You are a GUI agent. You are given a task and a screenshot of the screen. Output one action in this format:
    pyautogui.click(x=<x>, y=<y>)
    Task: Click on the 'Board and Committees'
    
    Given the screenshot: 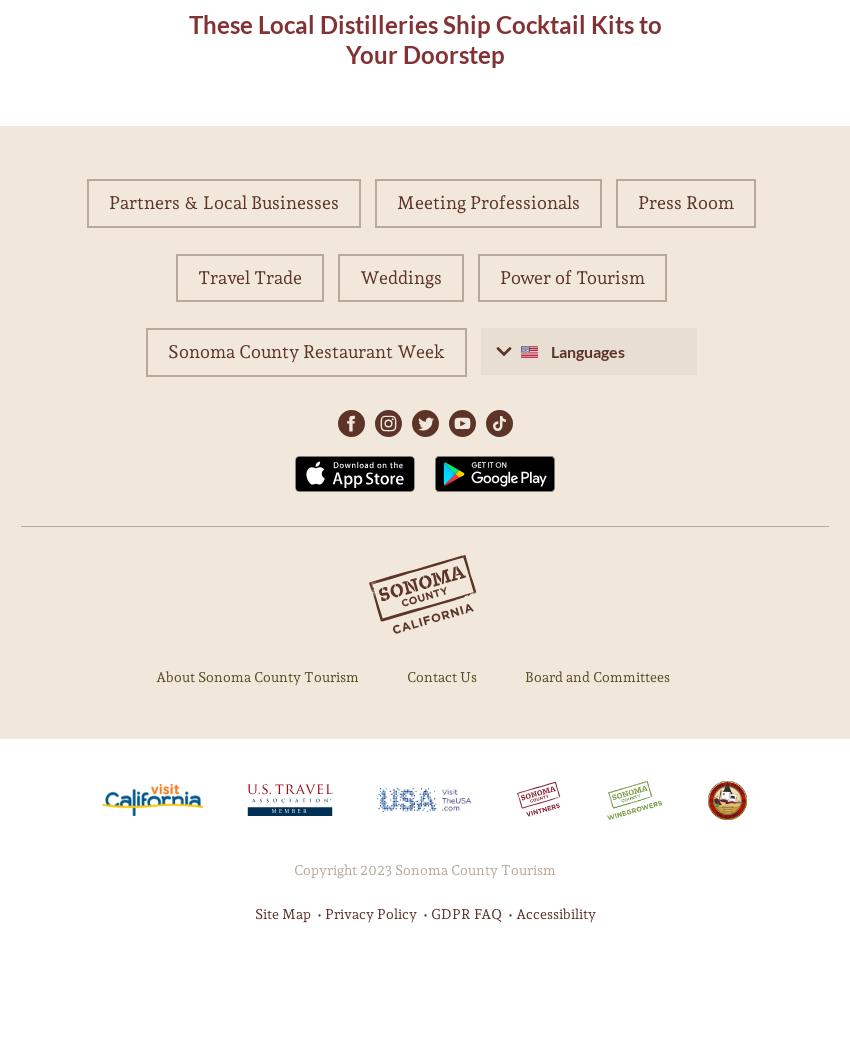 What is the action you would take?
    pyautogui.click(x=596, y=675)
    